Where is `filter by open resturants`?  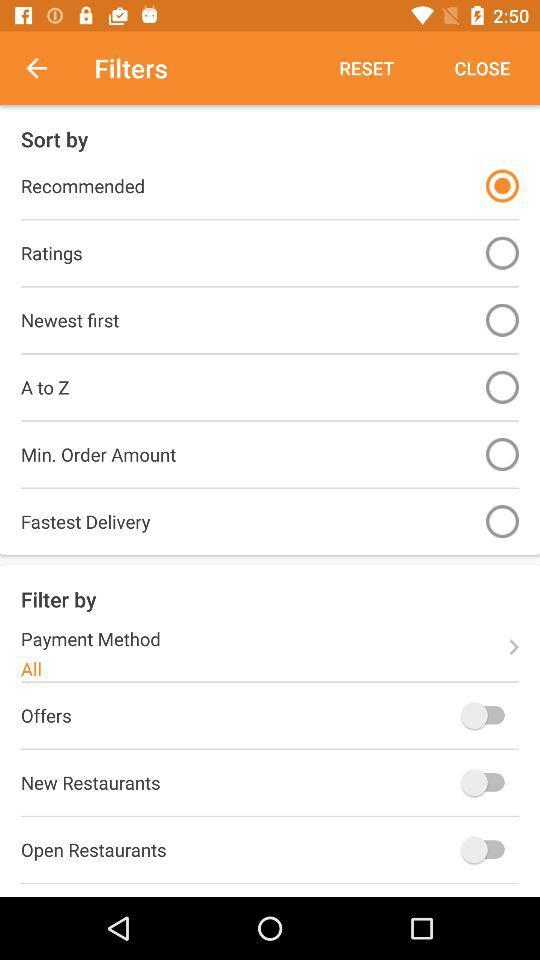
filter by open resturants is located at coordinates (486, 848).